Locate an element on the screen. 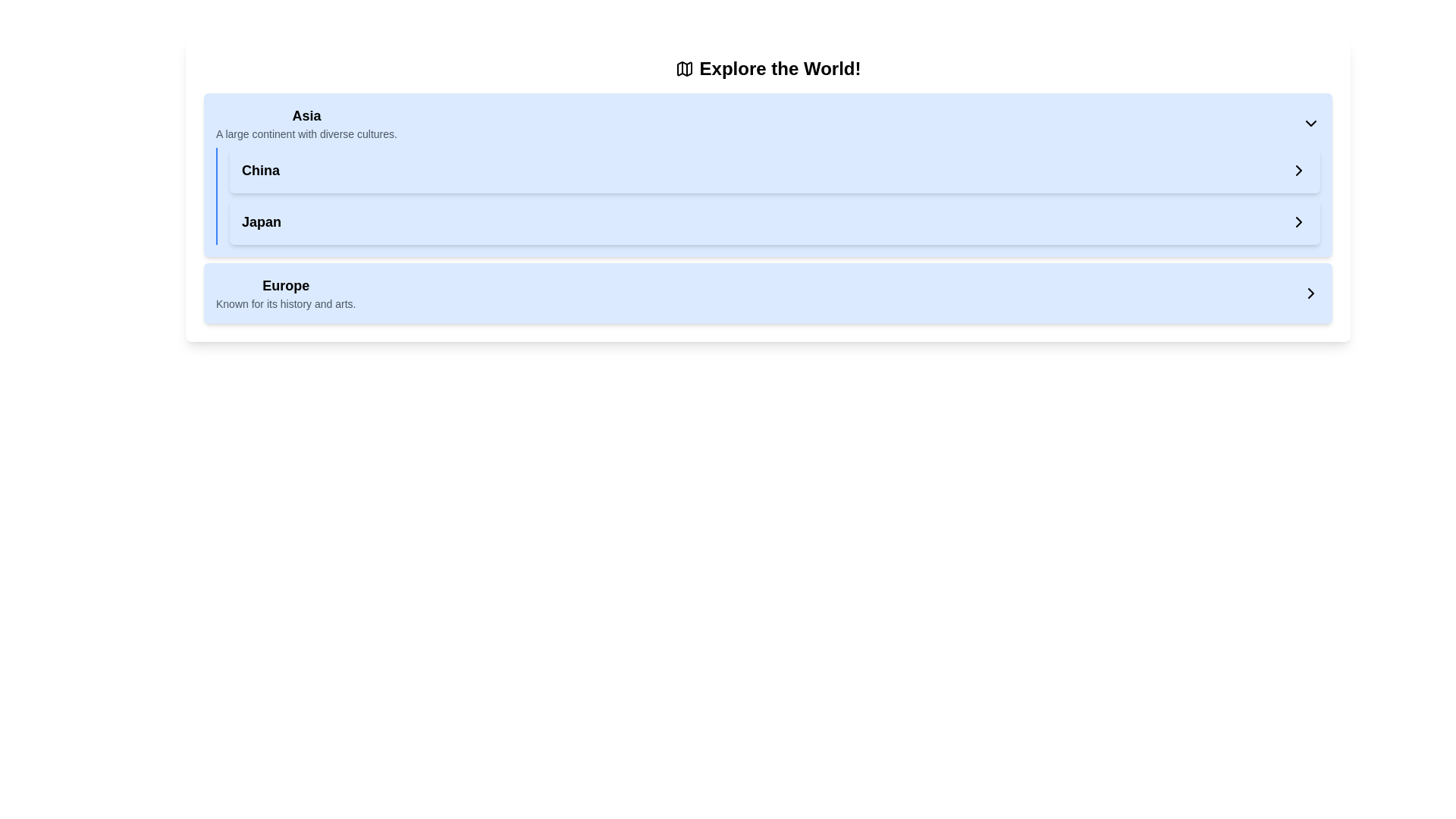 The image size is (1456, 819). the Text Header with Icon that reads 'Explore the World!' and includes a map icon on its left side is located at coordinates (767, 69).